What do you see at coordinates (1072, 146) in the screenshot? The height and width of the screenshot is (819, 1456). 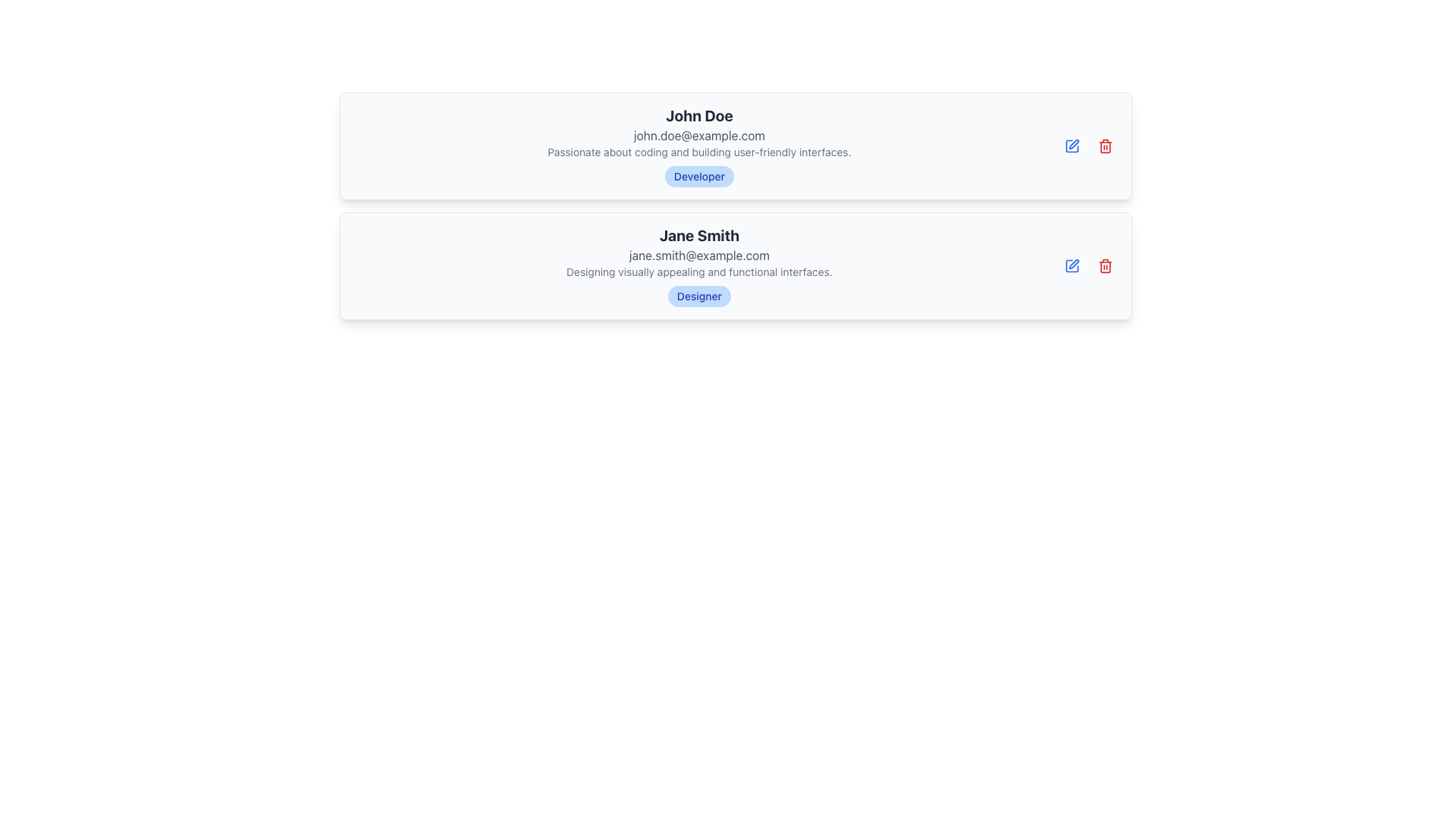 I see `the icon button that triggers the editing action for user information, located in the upper right corner of the user card layout, to the left of the red trash can icon` at bounding box center [1072, 146].